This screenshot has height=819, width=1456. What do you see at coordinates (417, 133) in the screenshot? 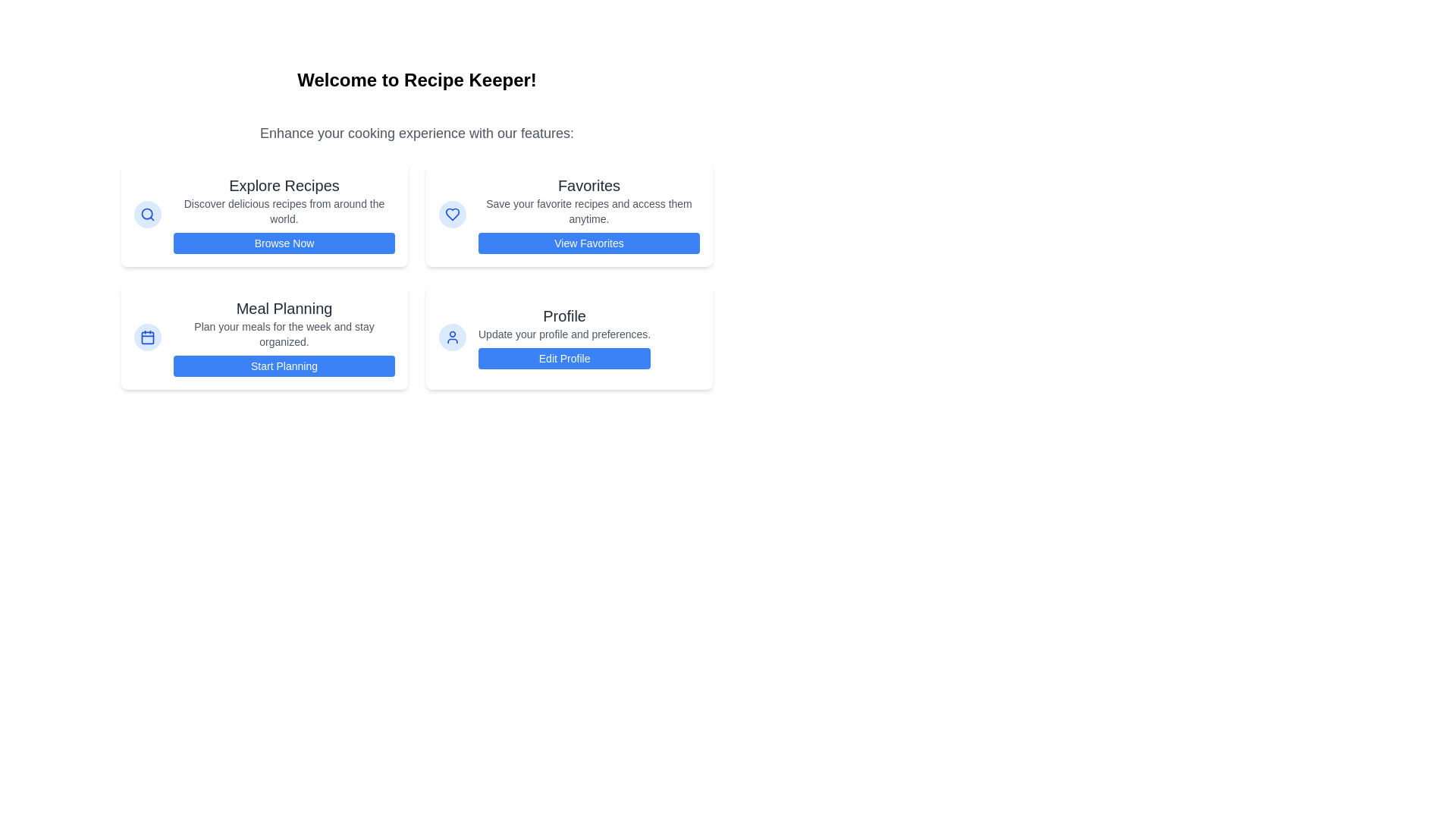
I see `the text element that reads 'Enhance your cooking experience with our features:', which is styled in a large, gray font and is centrally aligned beneath the title 'Welcome to Recipe Keeper!'` at bounding box center [417, 133].